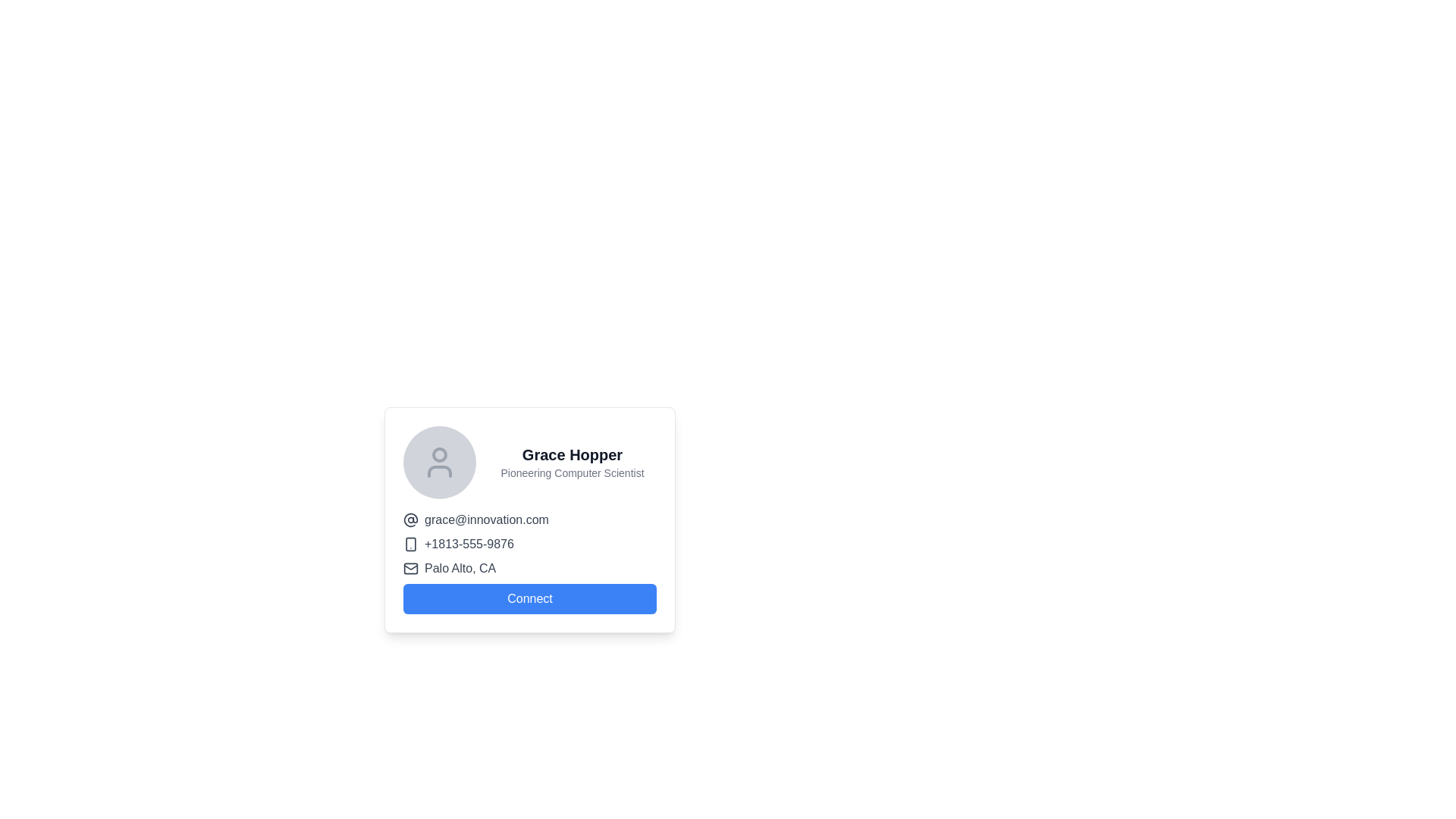 Image resolution: width=1456 pixels, height=819 pixels. Describe the element at coordinates (411, 543) in the screenshot. I see `the small smartphone-shaped icon with a rounded rectangular frame, located next to the phone number '+1813-555-9876' in the third row of contact information` at that location.